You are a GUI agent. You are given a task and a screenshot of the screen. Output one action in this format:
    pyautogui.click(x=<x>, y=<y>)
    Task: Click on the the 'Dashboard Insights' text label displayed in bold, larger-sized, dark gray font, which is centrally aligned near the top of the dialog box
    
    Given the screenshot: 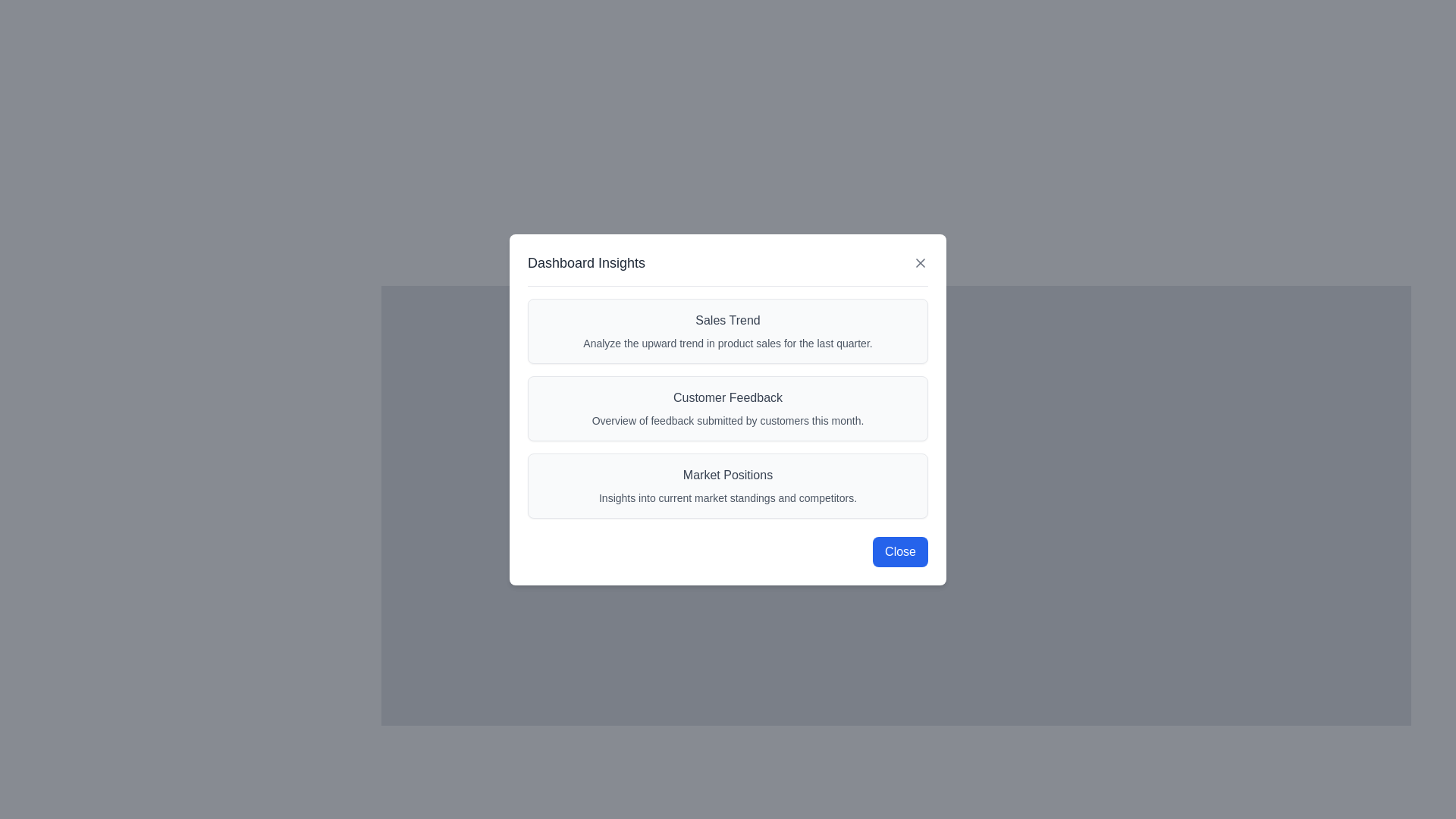 What is the action you would take?
    pyautogui.click(x=585, y=262)
    